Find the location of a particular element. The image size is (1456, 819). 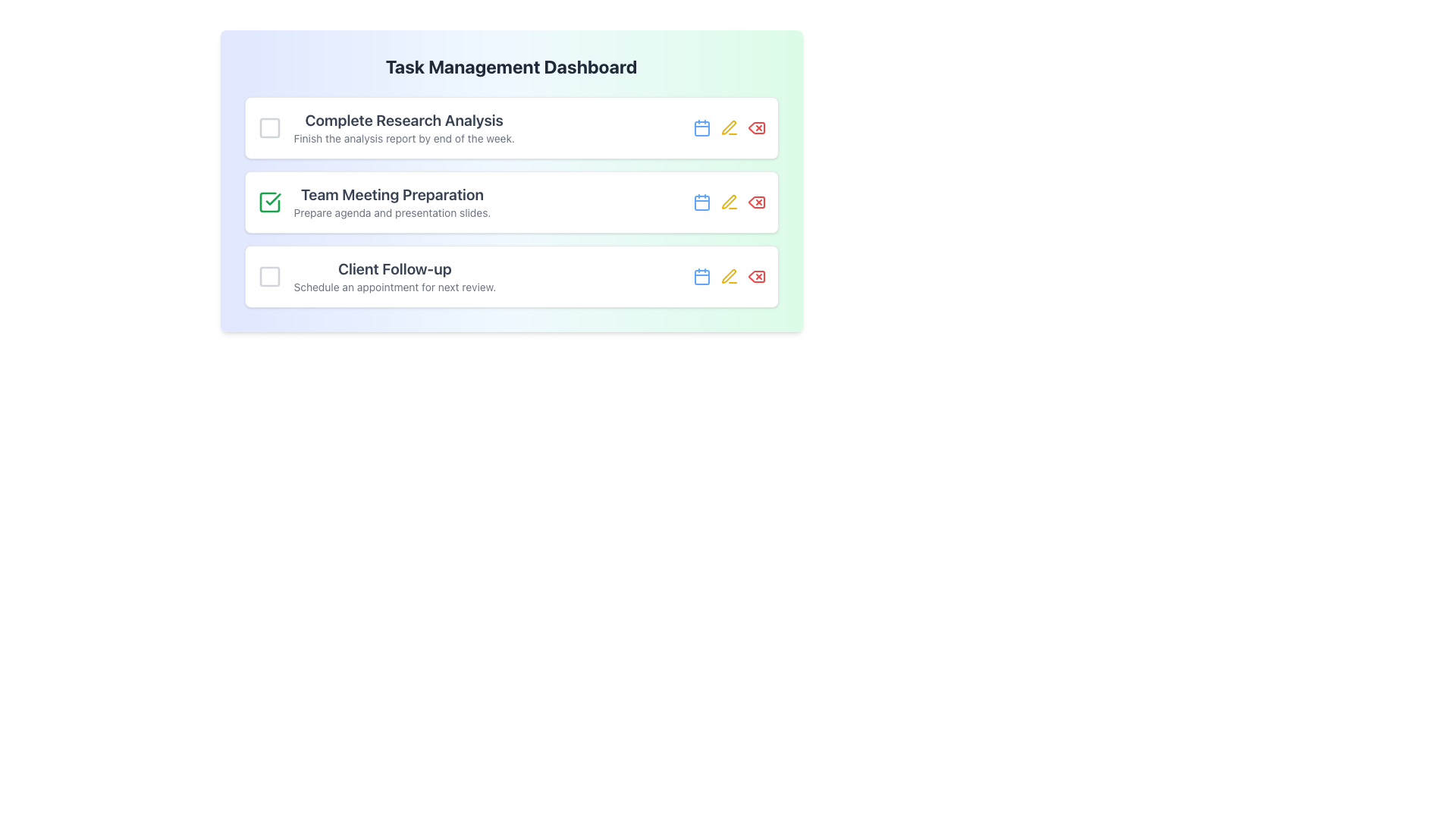

the second task card is located at coordinates (511, 201).